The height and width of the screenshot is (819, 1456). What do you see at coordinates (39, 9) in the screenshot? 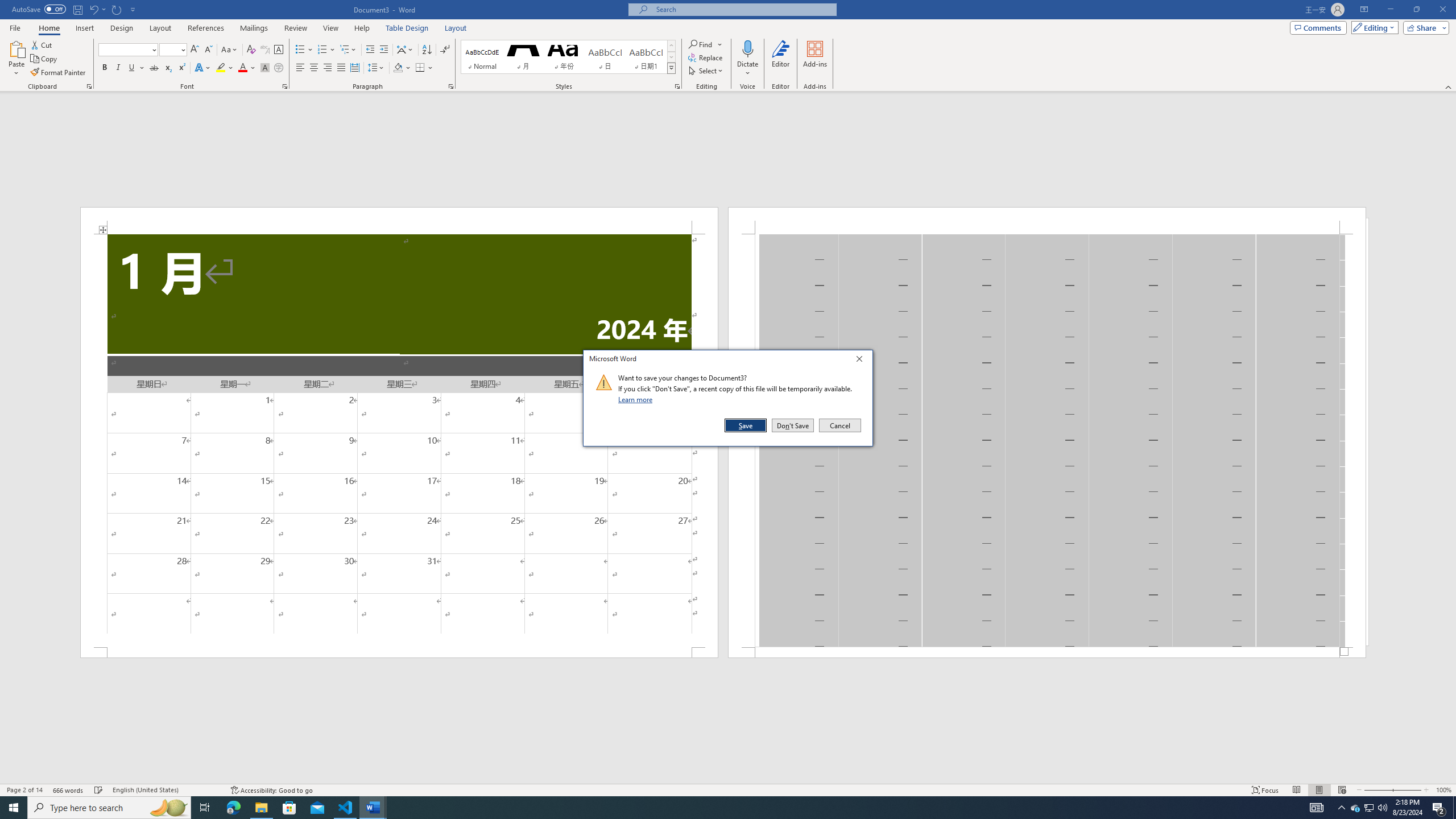
I see `'AutoSave'` at bounding box center [39, 9].